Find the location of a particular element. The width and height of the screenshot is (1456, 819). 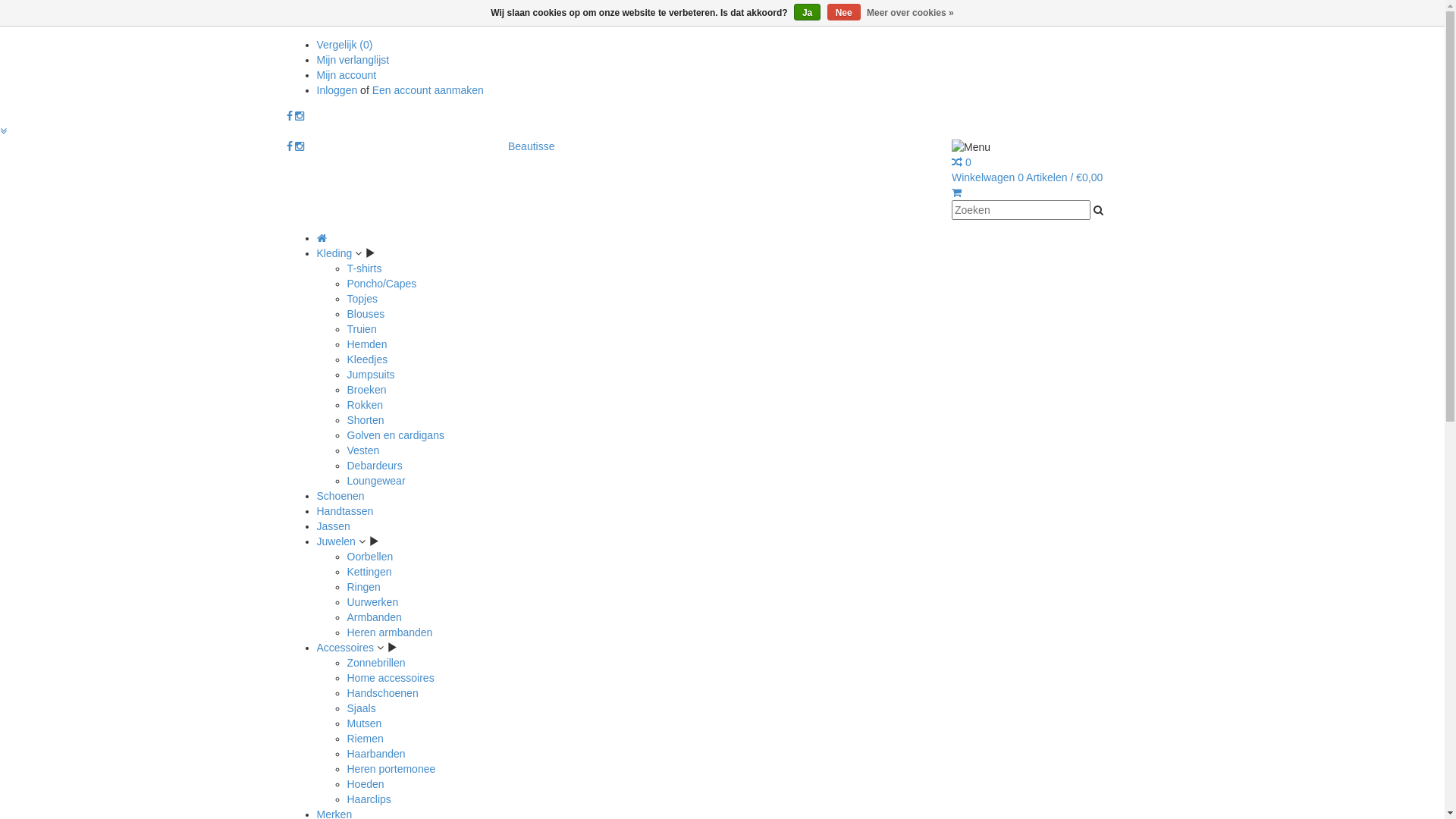

'Haarbanden' is located at coordinates (376, 754).